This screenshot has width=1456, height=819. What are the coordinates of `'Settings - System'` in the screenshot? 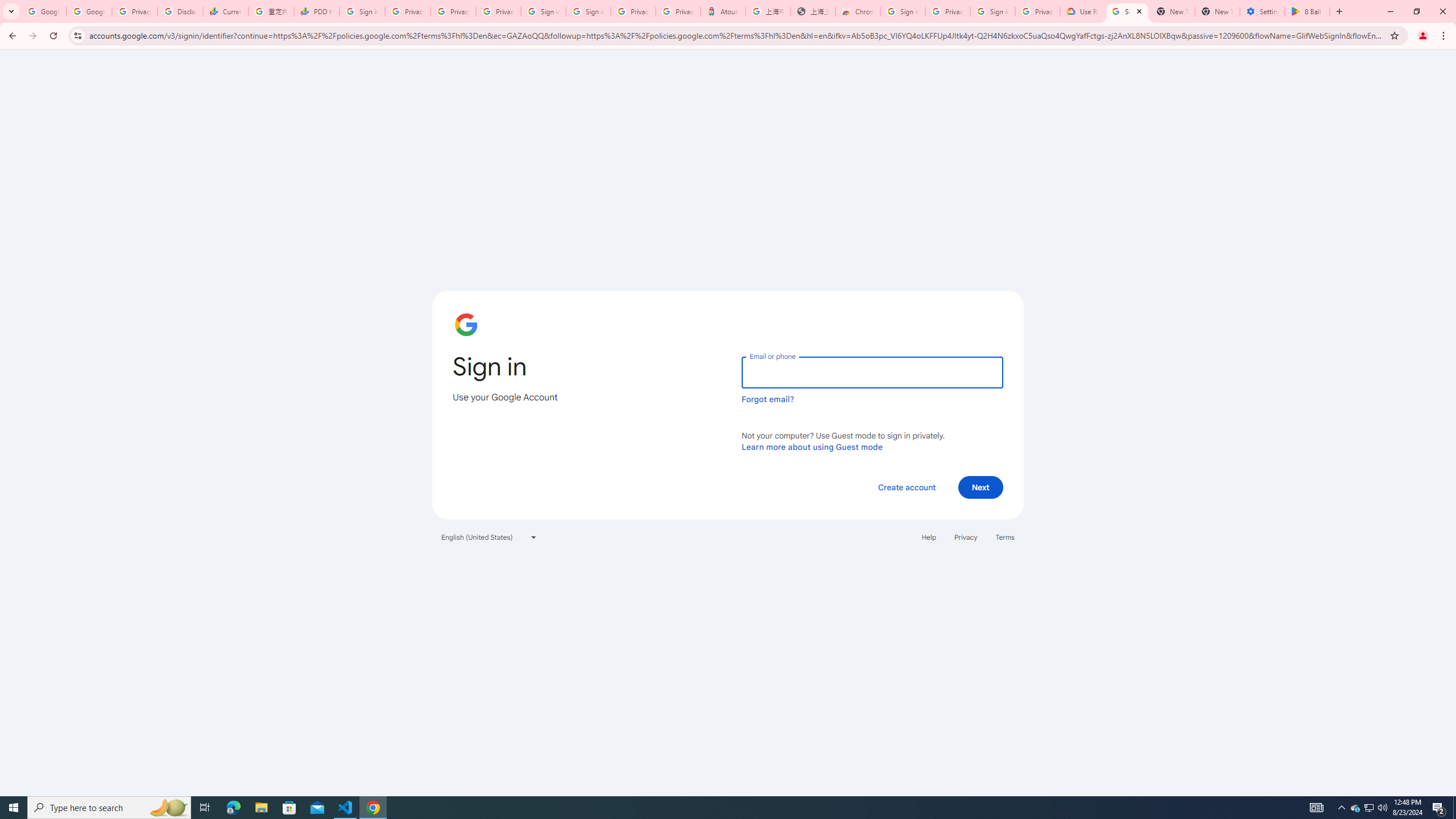 It's located at (1261, 11).